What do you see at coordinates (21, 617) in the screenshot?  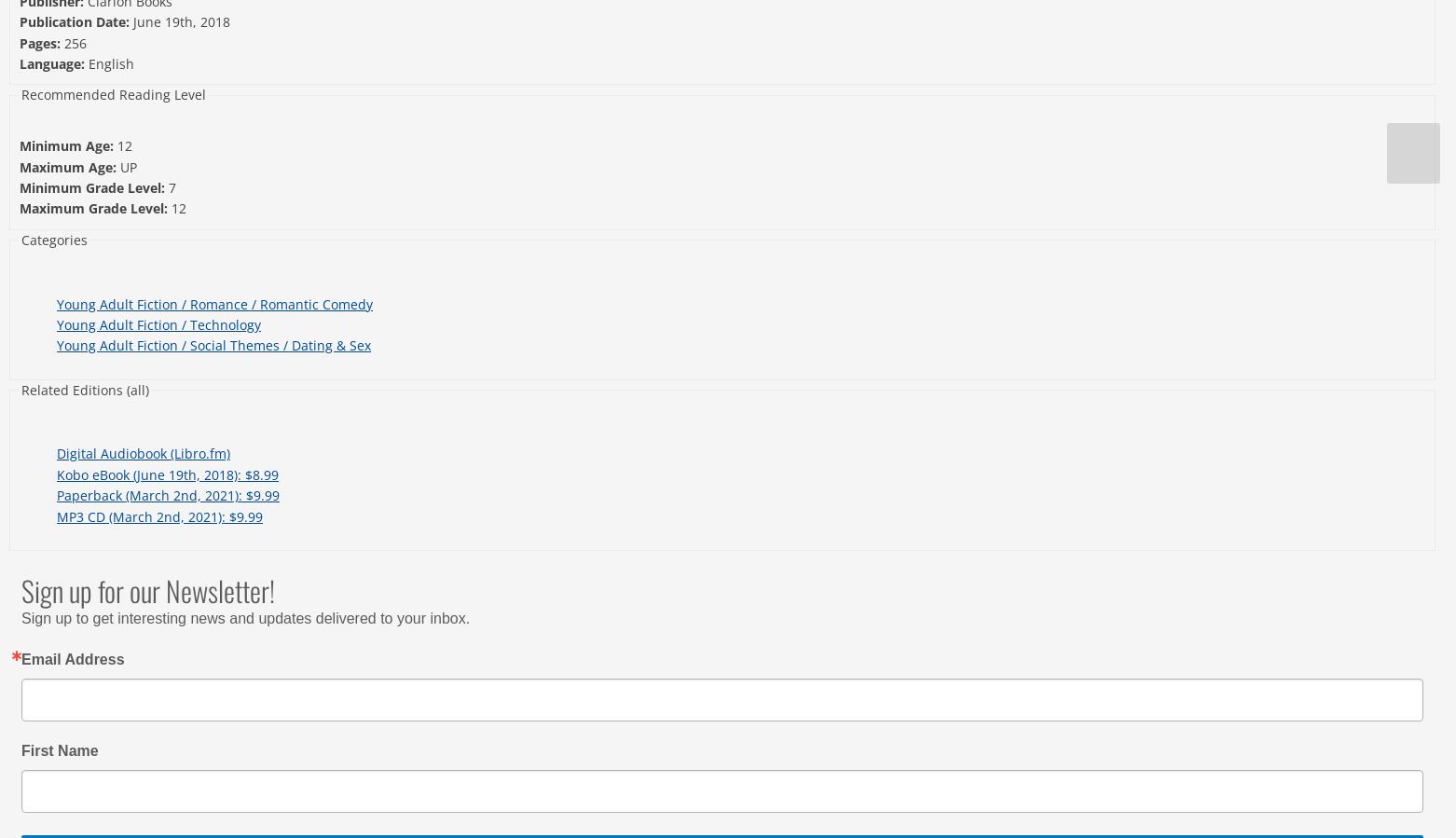 I see `'Sign up to get interesting news and updates delivered to your inbox.'` at bounding box center [21, 617].